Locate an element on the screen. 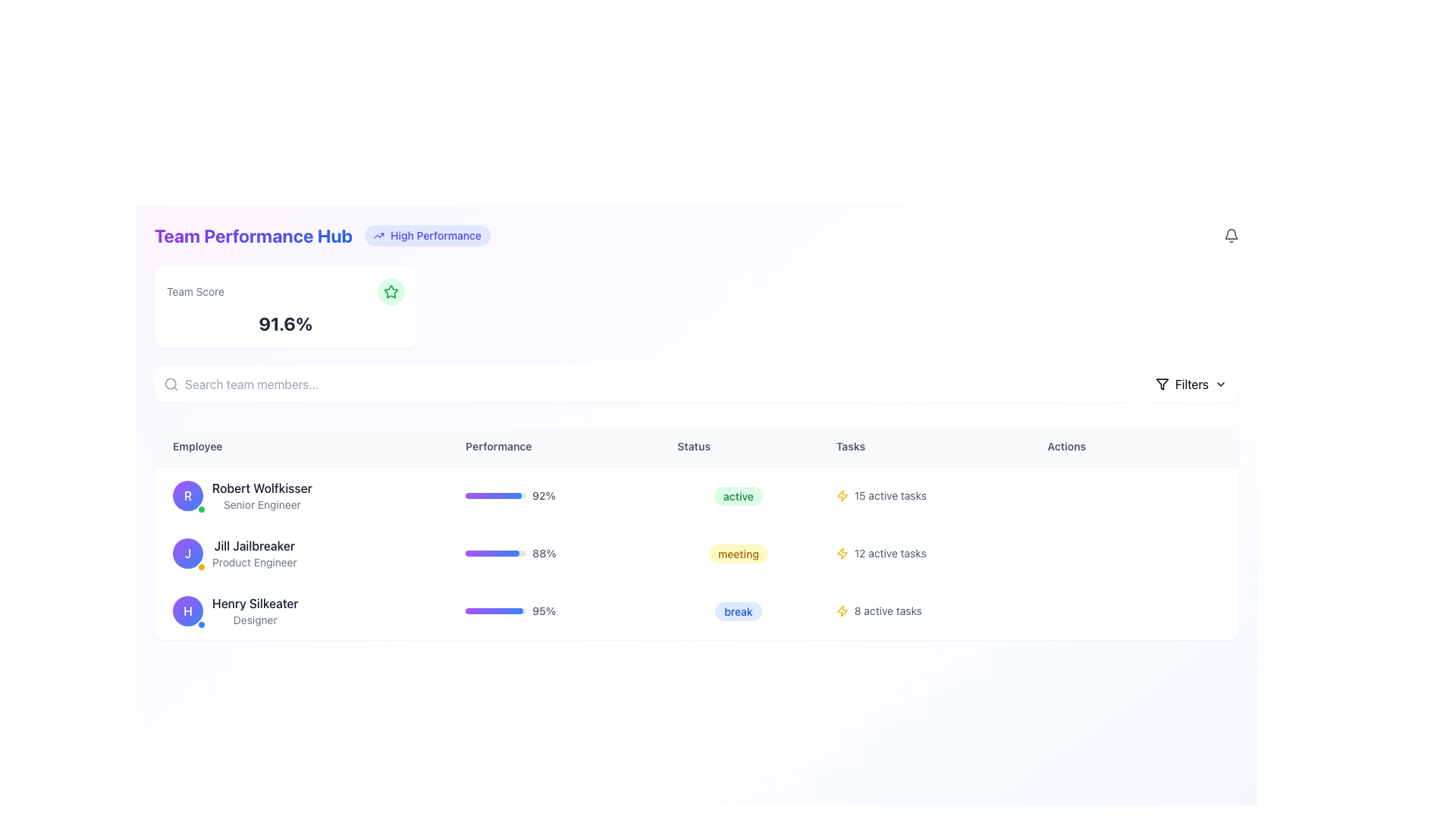  the text label displaying the name and job title of the individual, located in the second row under the 'Employee' column, directly below 'Robert Wolfkisser' and above 'Henry Silkeater', right of the circular avatar marked with 'J' is located at coordinates (254, 553).